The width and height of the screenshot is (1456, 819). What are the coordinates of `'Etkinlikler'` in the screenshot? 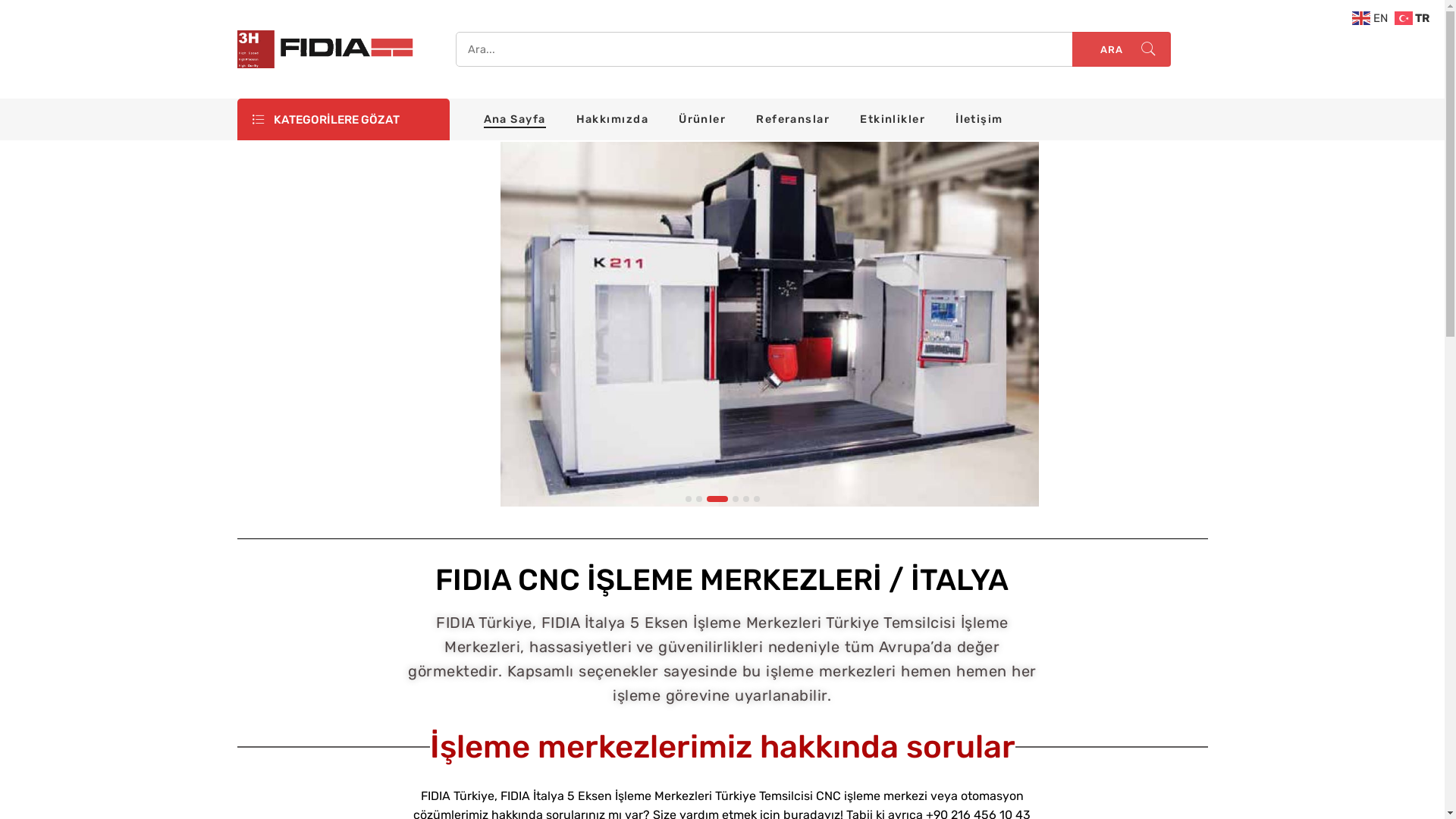 It's located at (892, 118).